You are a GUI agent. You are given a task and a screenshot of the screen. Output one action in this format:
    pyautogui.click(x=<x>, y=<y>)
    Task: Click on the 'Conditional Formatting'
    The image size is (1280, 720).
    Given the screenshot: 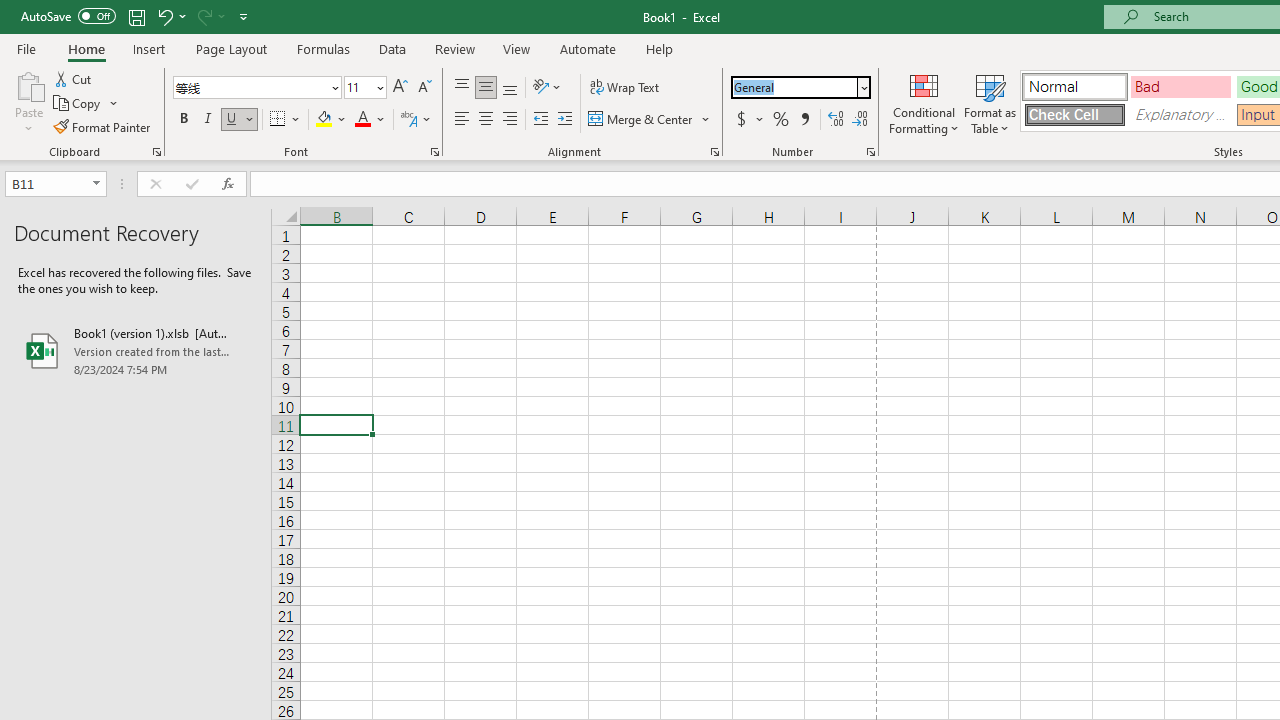 What is the action you would take?
    pyautogui.click(x=923, y=103)
    